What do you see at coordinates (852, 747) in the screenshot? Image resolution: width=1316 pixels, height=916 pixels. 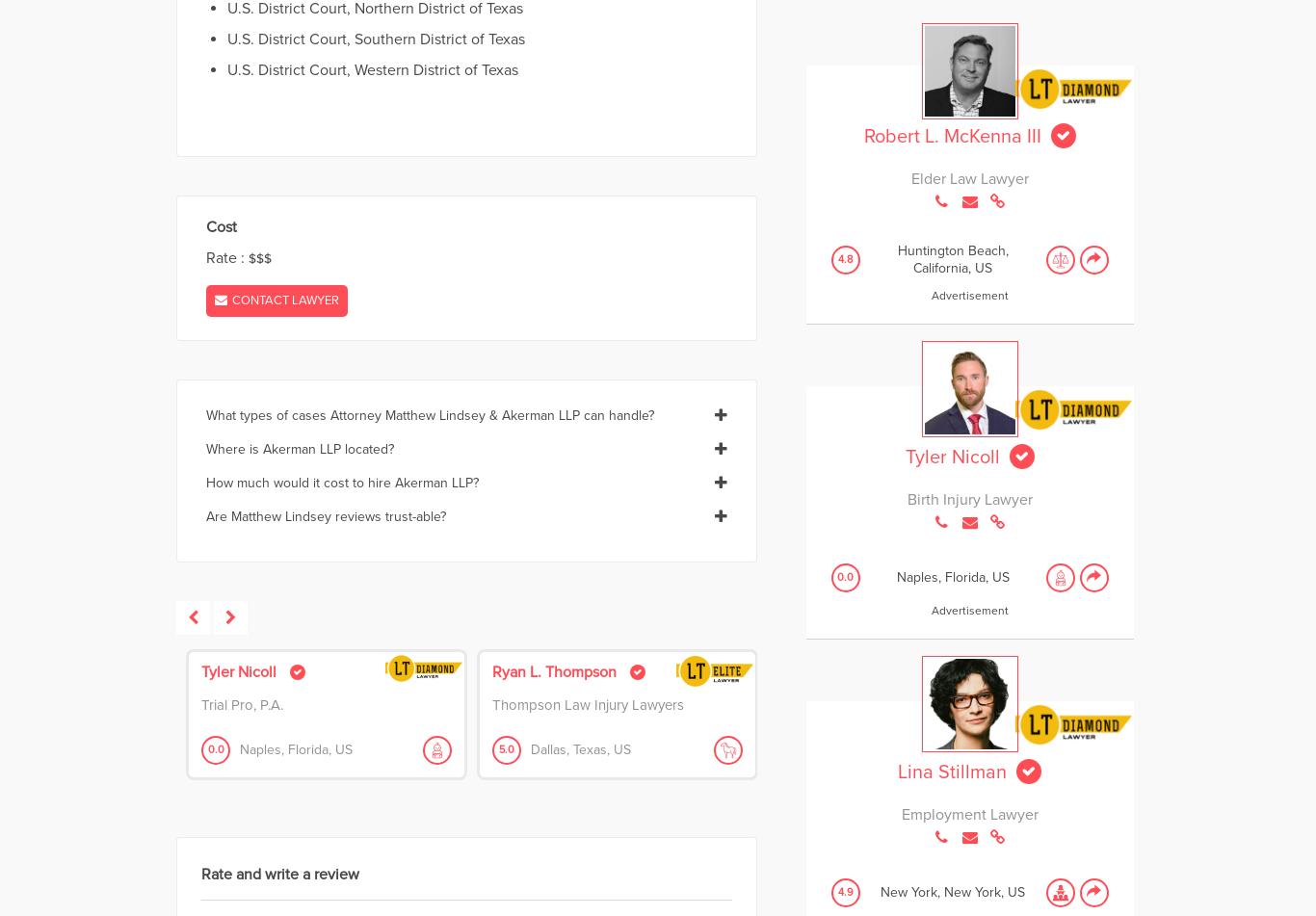 I see `'Riverside,'` at bounding box center [852, 747].